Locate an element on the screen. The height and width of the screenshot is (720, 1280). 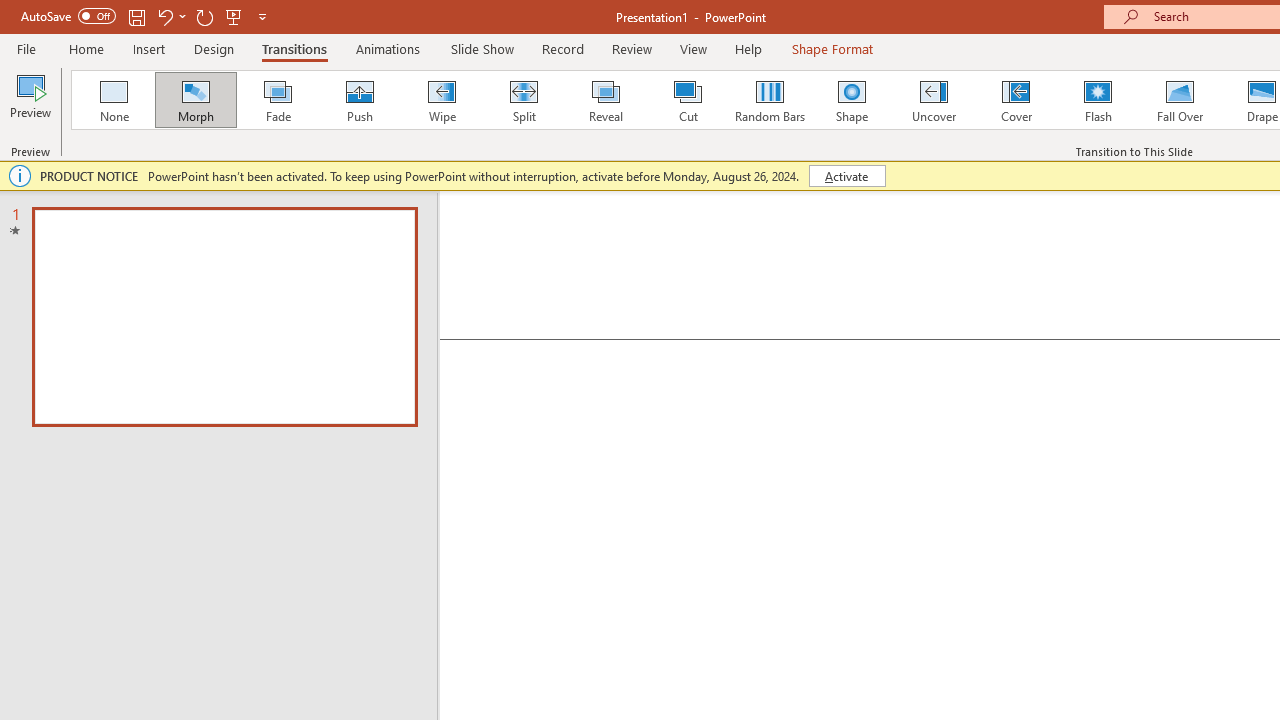
'Uncover' is located at coordinates (933, 100).